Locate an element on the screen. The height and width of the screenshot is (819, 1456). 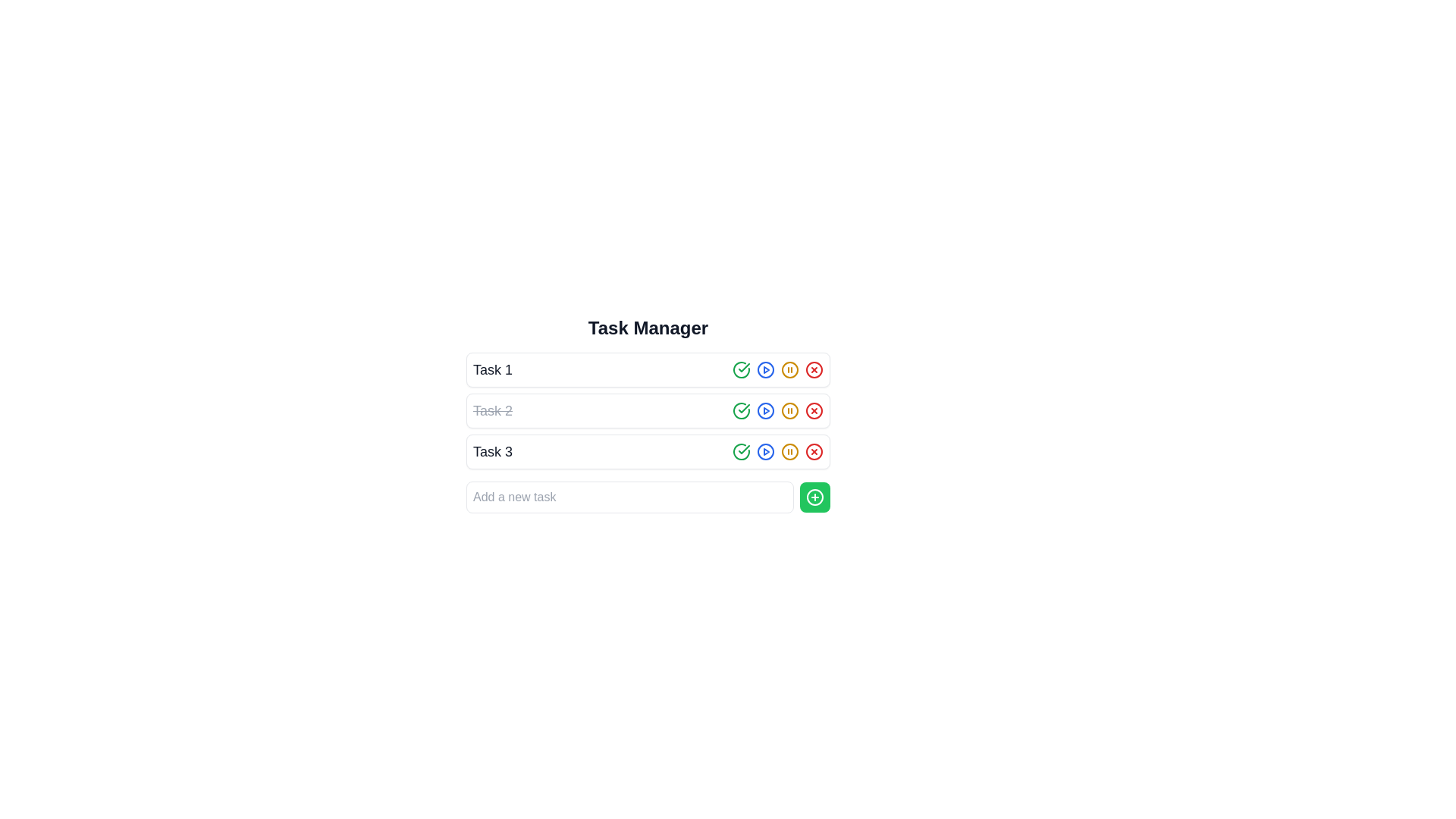
the delete button located at the far right end of the row corresponding to 'Task 1' is located at coordinates (814, 370).